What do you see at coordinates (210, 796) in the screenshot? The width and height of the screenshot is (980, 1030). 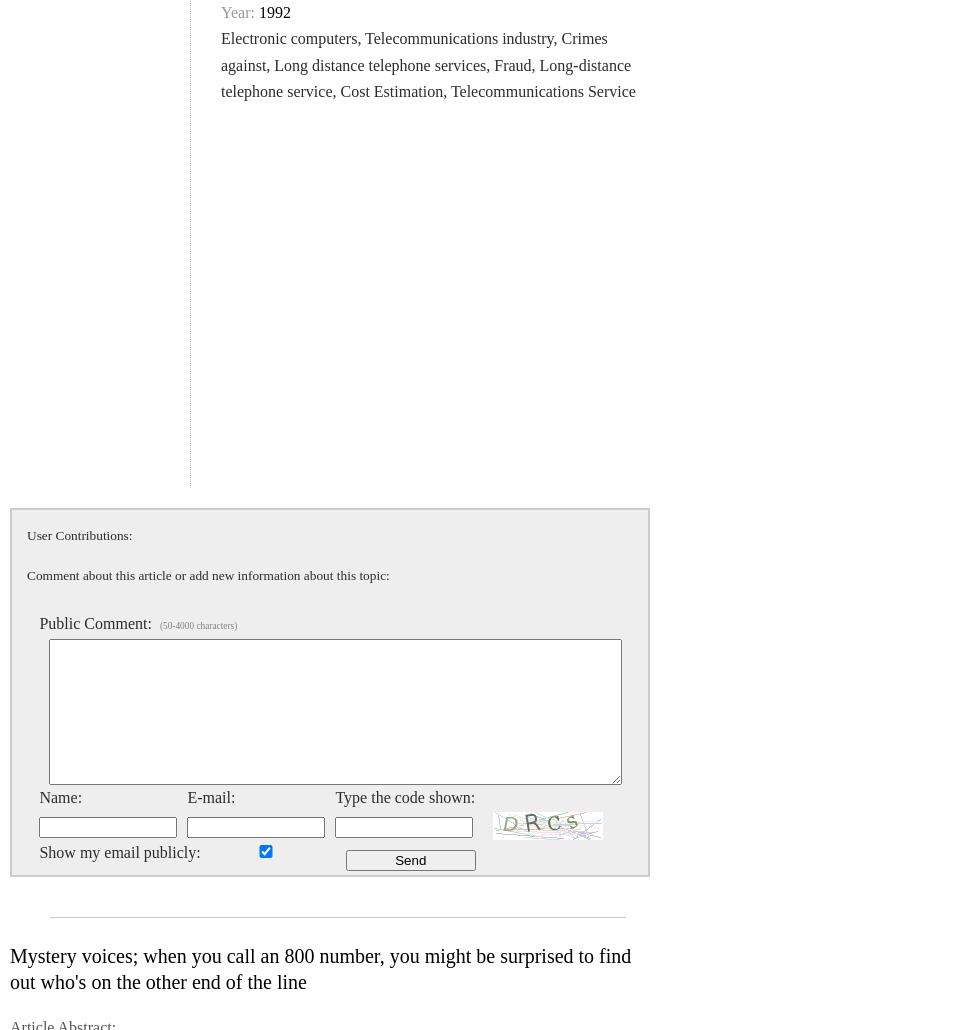 I see `'E-mail:'` at bounding box center [210, 796].